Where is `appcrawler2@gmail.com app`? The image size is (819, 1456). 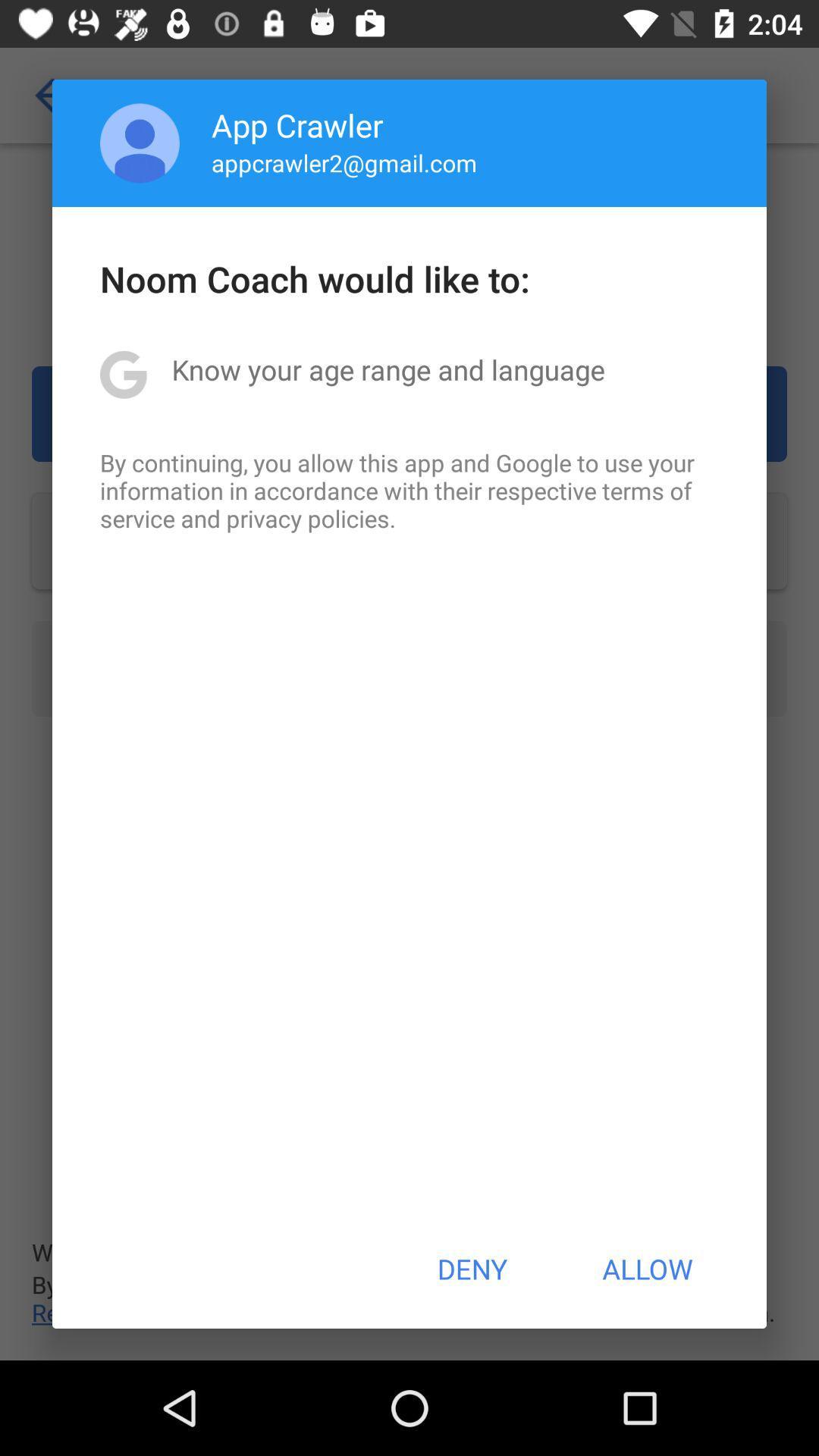 appcrawler2@gmail.com app is located at coordinates (344, 162).